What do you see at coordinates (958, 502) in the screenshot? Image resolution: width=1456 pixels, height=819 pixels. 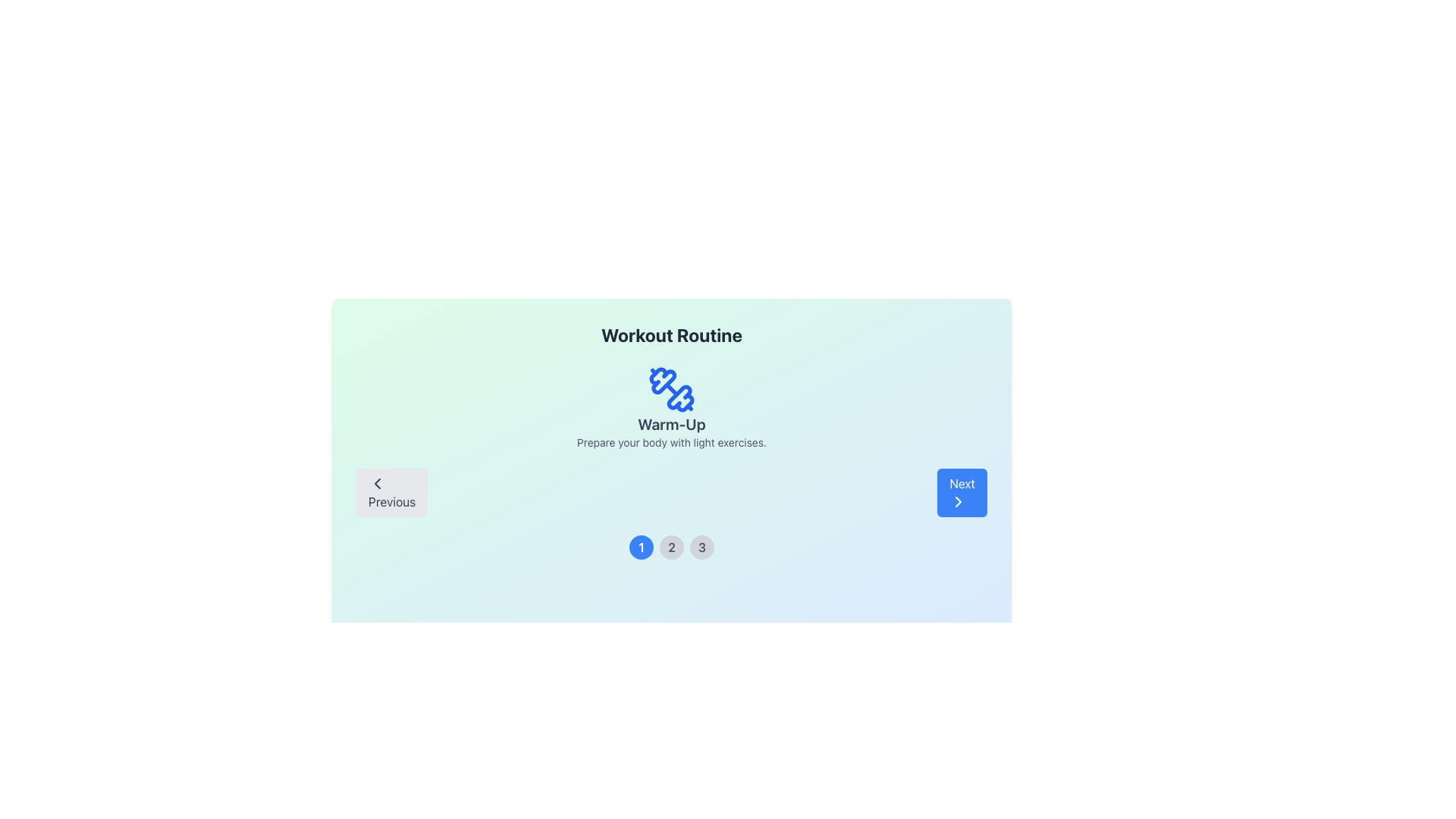 I see `the chevron icon indicating forward navigation functionality, which is located inside the rectangular navigation button at the bottom-right corner of the main content area, adjacent to the 'Next' label` at bounding box center [958, 502].